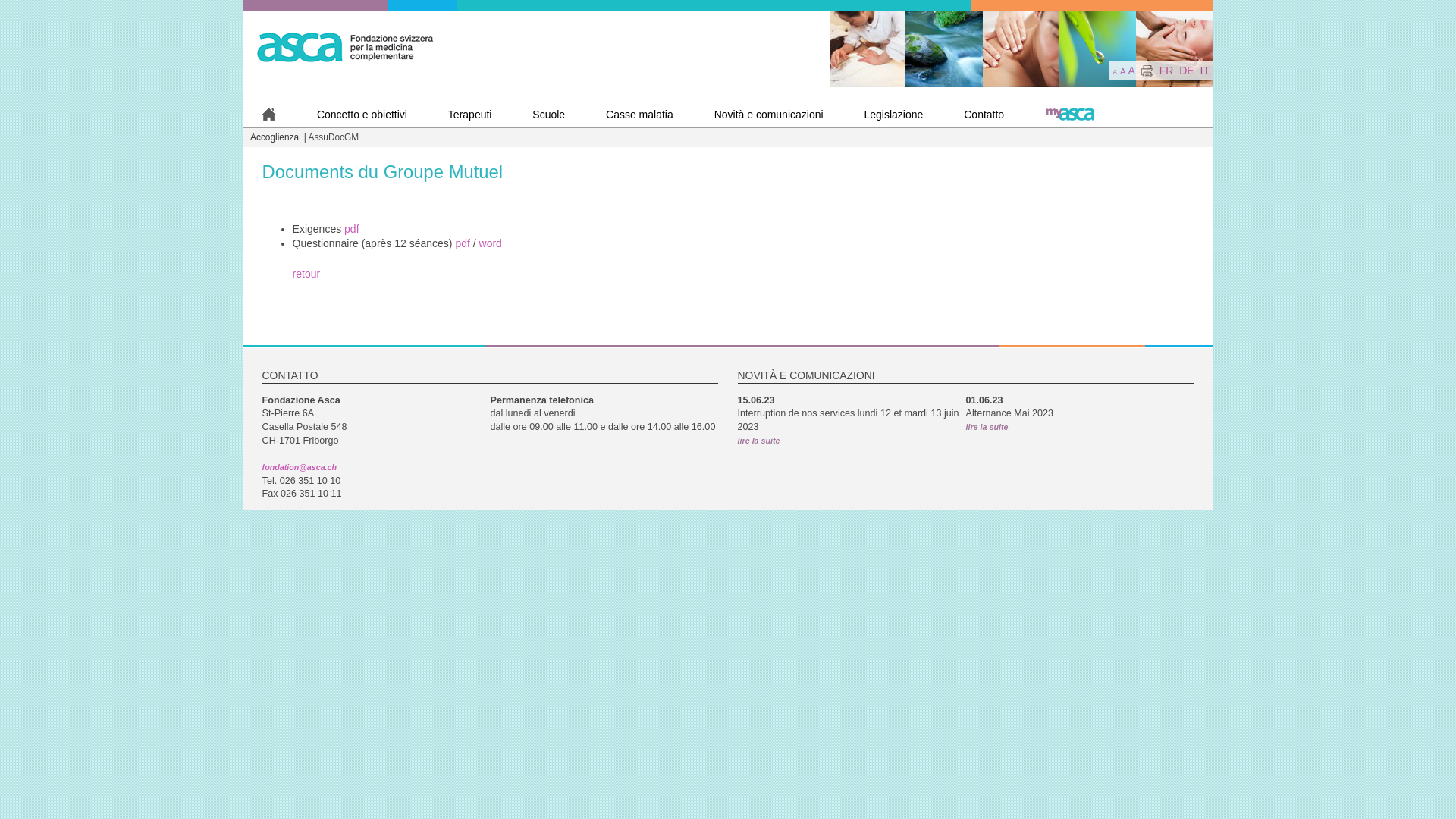 The image size is (1456, 819). Describe the element at coordinates (491, 242) in the screenshot. I see `'word'` at that location.